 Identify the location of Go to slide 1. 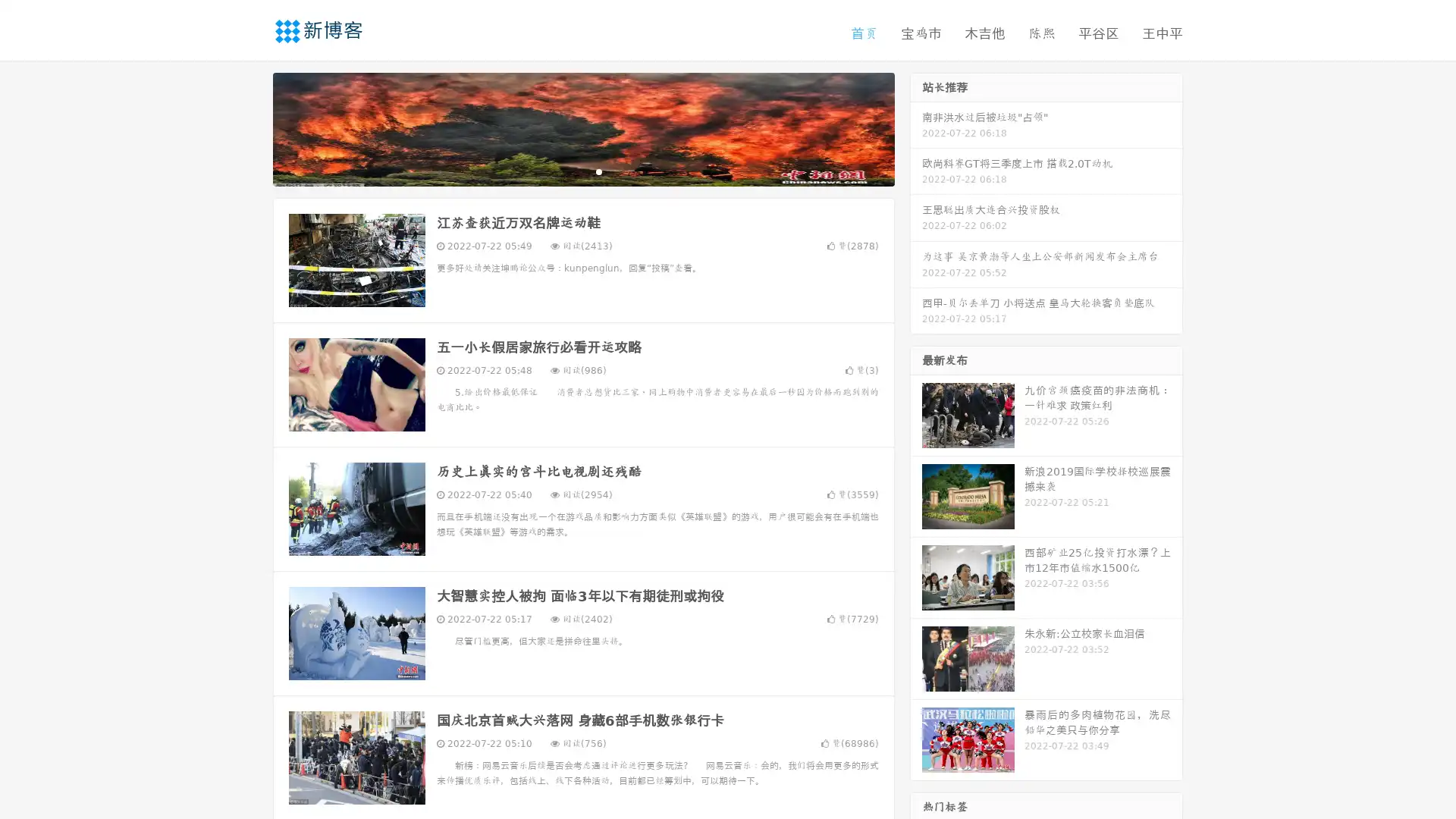
(567, 171).